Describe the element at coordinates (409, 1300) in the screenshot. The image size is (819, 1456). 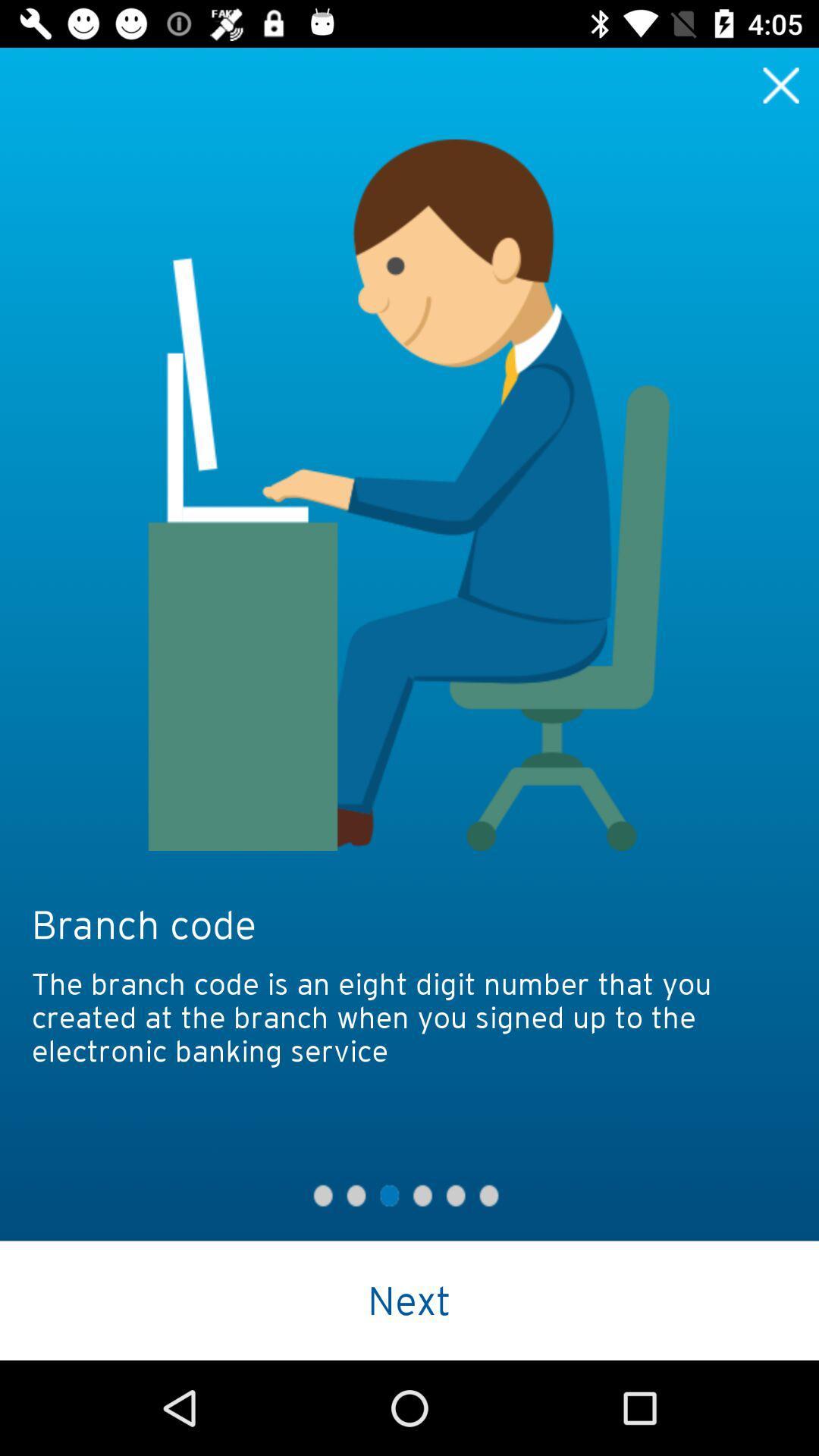
I see `next icon` at that location.